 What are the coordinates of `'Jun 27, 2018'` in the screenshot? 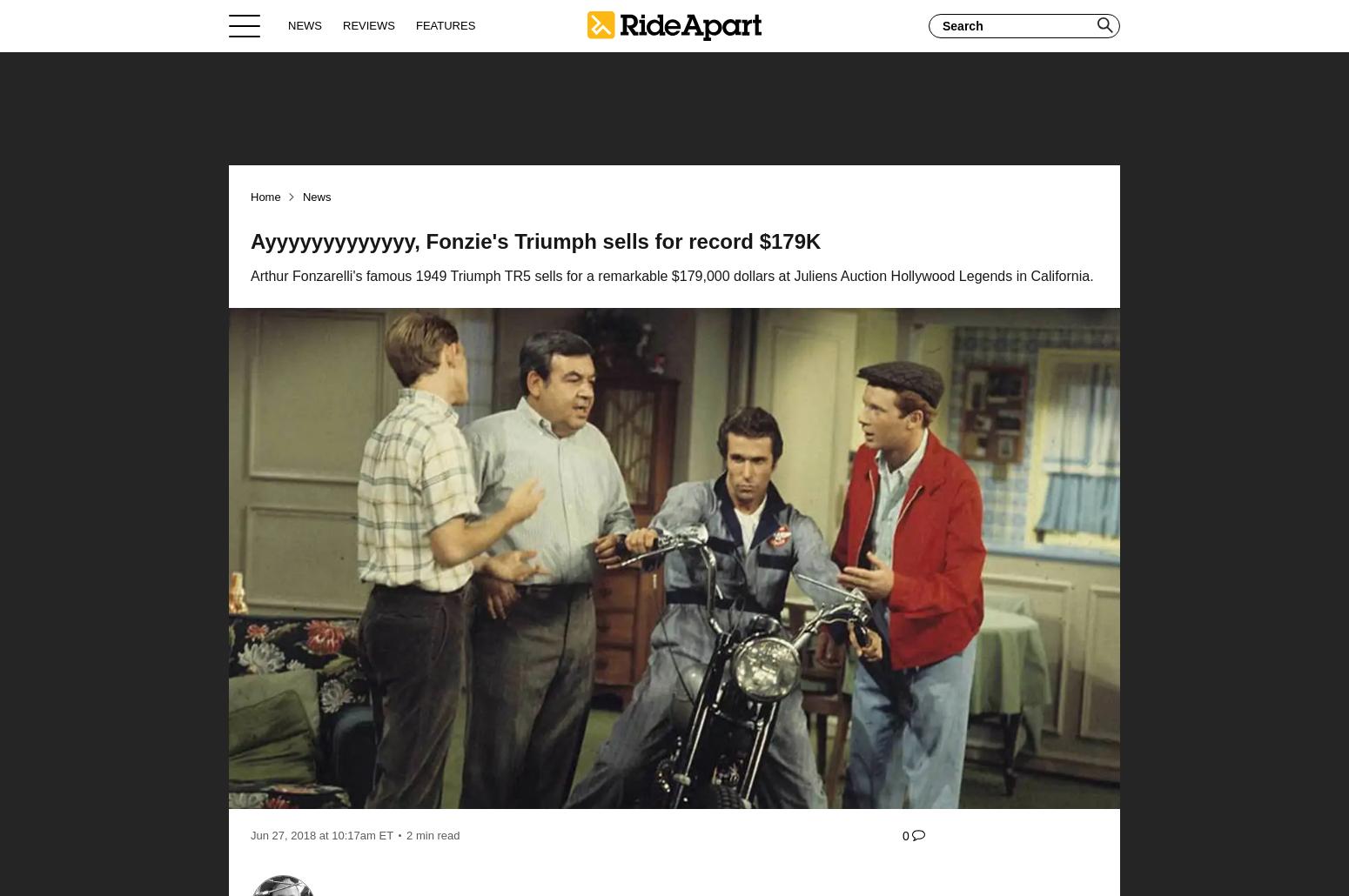 It's located at (250, 833).